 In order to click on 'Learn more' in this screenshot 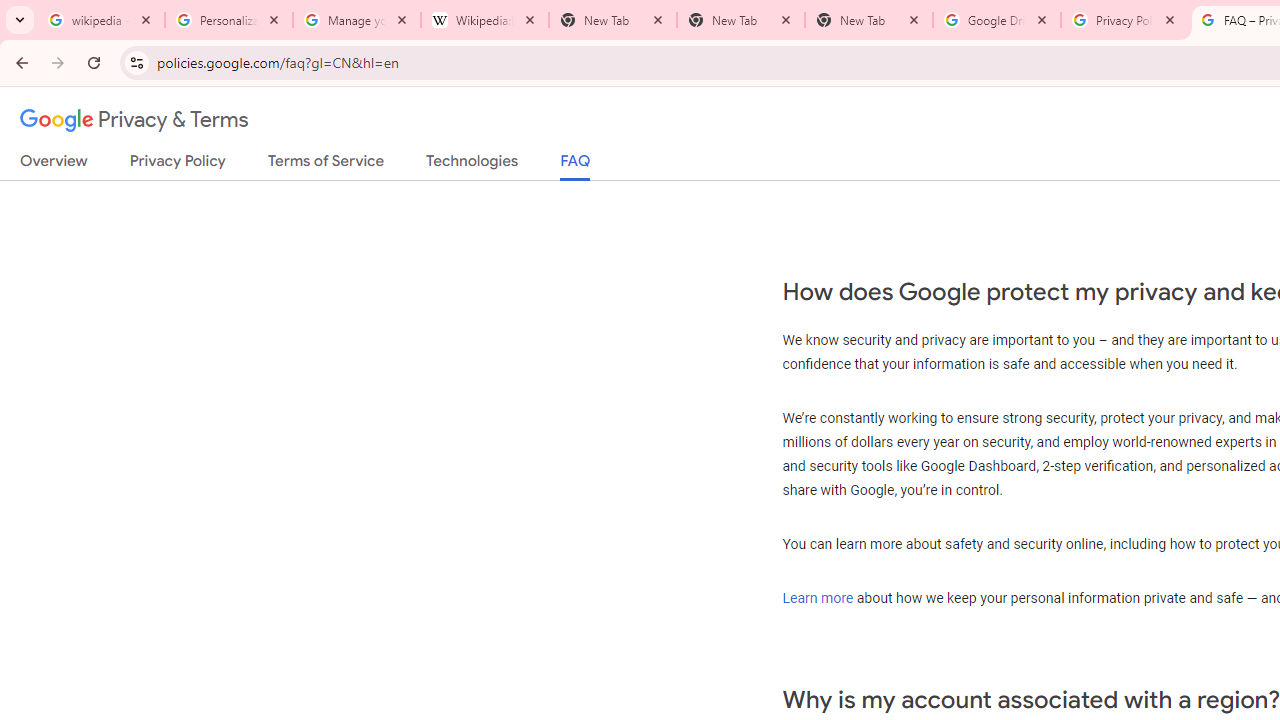, I will do `click(817, 596)`.